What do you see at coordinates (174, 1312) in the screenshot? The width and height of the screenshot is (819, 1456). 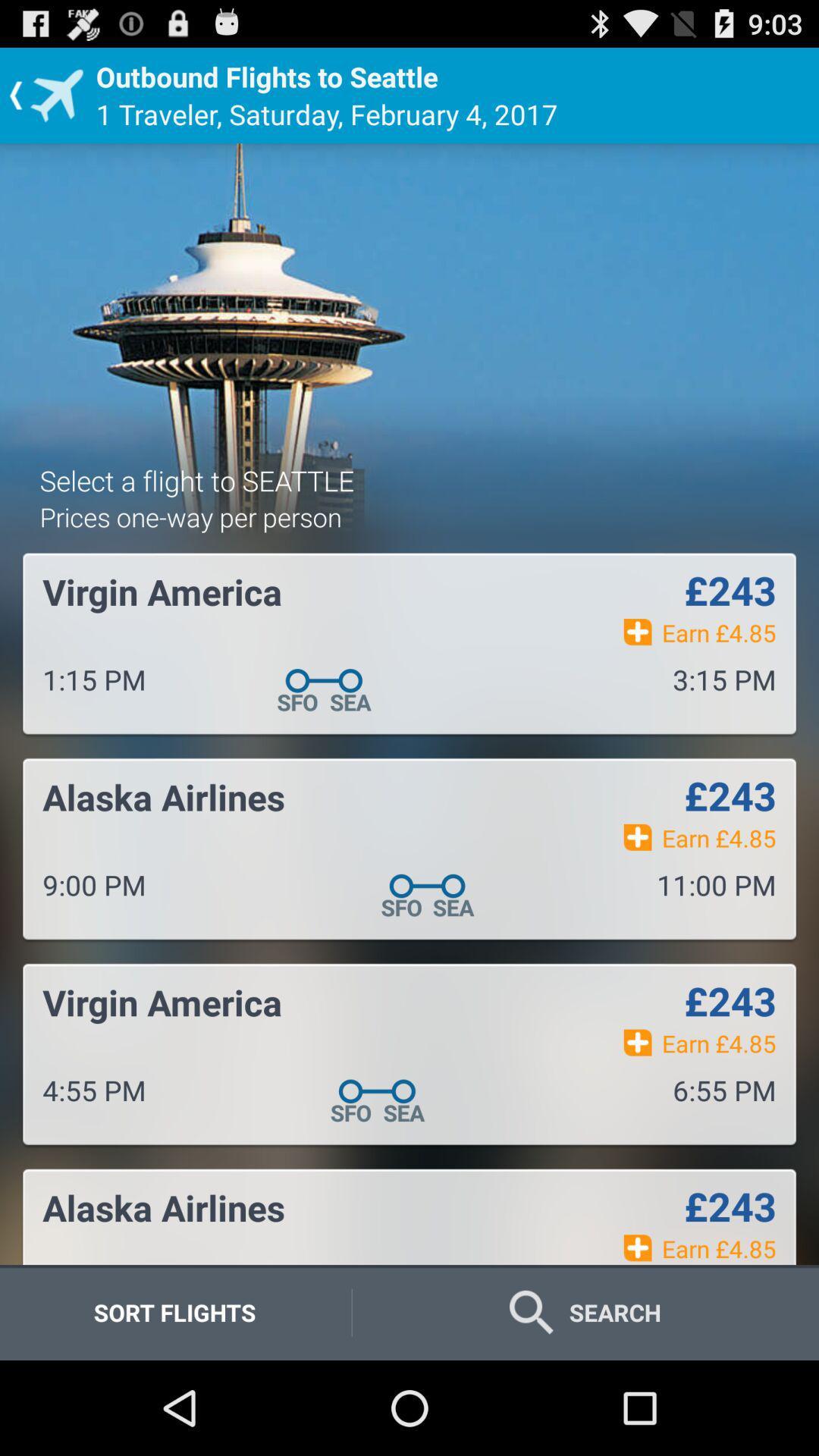 I see `the sort flights icon` at bounding box center [174, 1312].